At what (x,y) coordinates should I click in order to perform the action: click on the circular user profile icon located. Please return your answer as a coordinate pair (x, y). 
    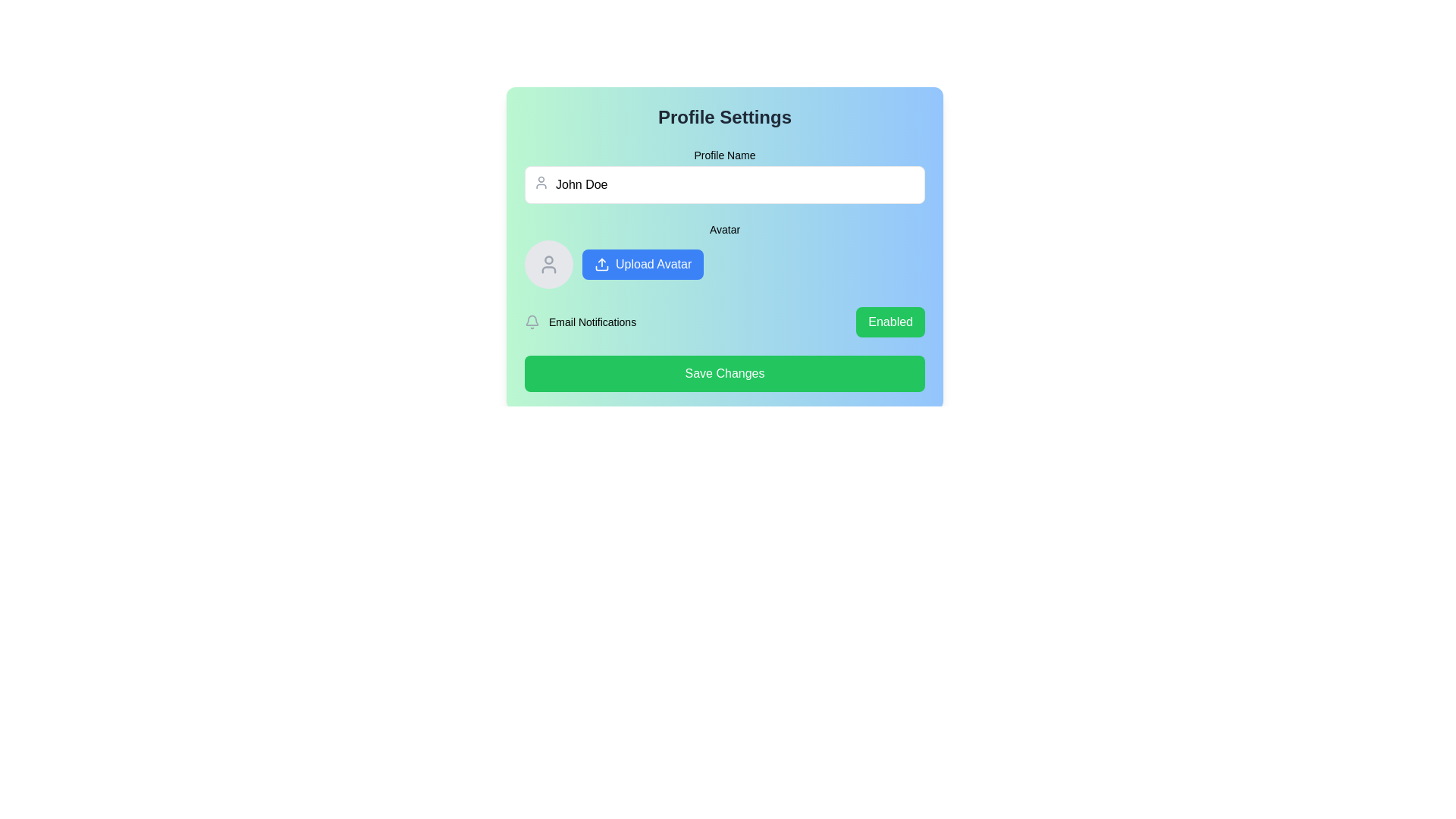
    Looking at the image, I should click on (548, 263).